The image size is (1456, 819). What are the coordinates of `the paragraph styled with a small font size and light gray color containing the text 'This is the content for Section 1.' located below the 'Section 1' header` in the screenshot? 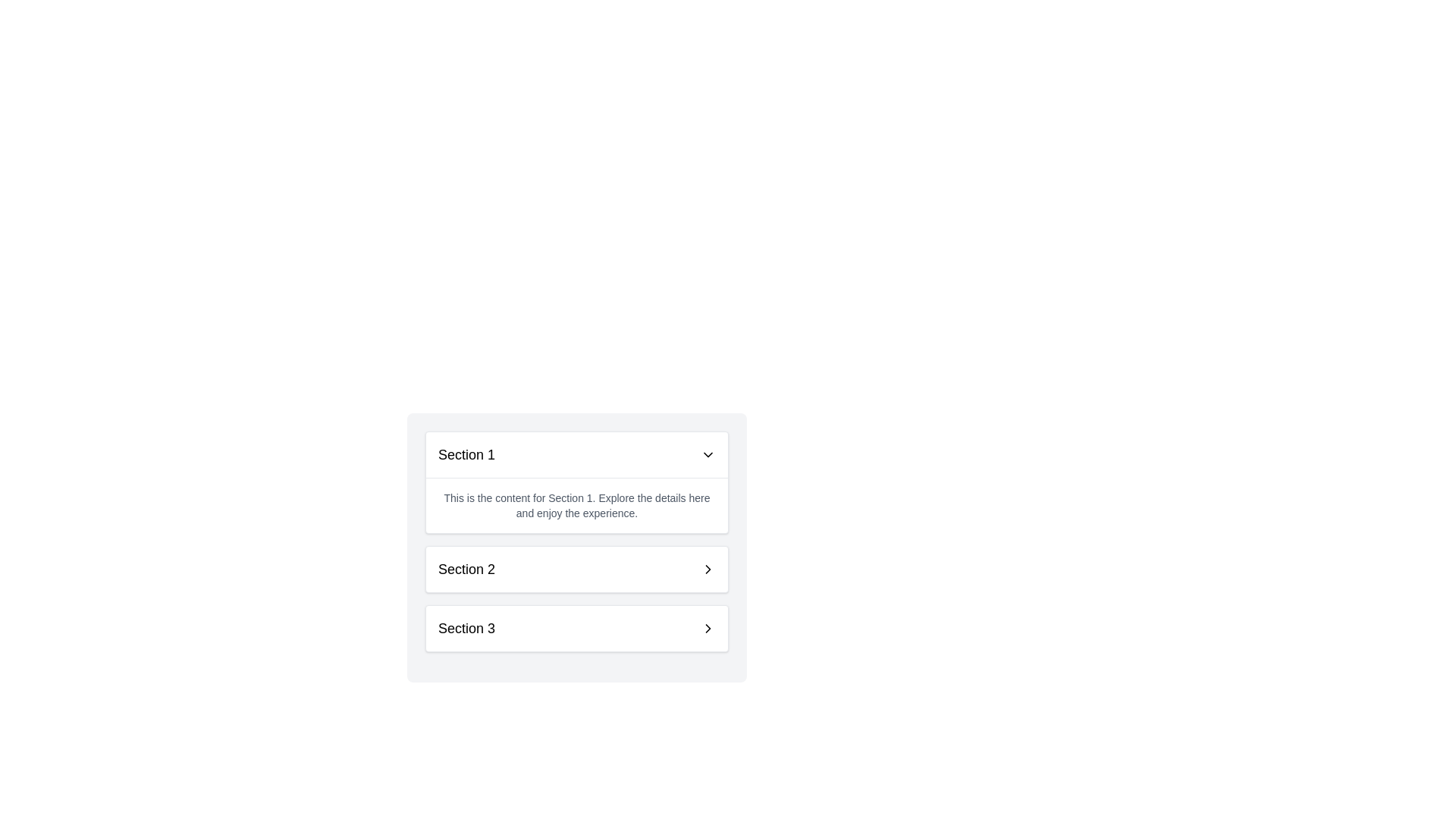 It's located at (576, 505).